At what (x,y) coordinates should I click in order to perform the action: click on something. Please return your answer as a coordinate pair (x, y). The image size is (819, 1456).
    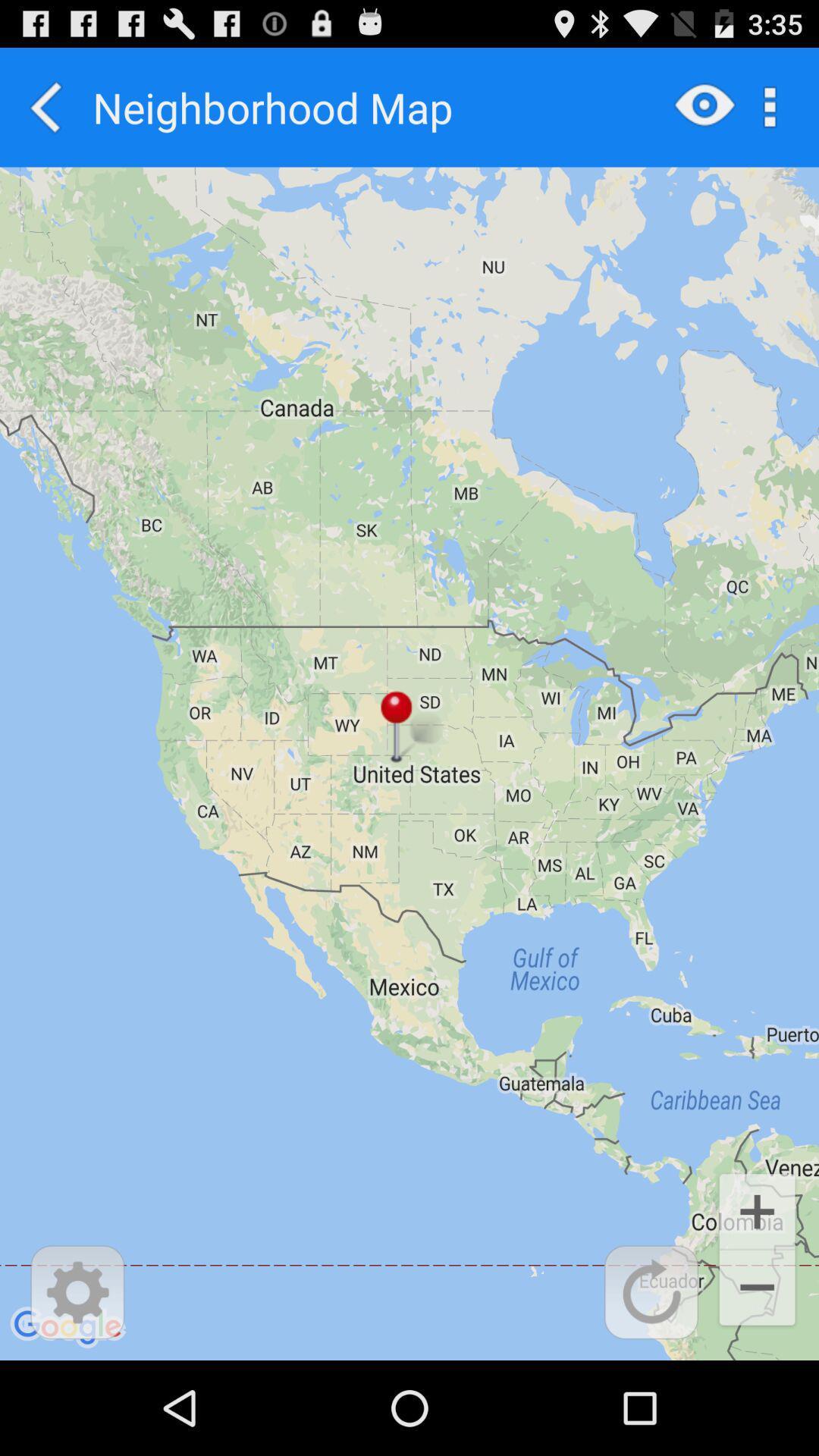
    Looking at the image, I should click on (651, 1291).